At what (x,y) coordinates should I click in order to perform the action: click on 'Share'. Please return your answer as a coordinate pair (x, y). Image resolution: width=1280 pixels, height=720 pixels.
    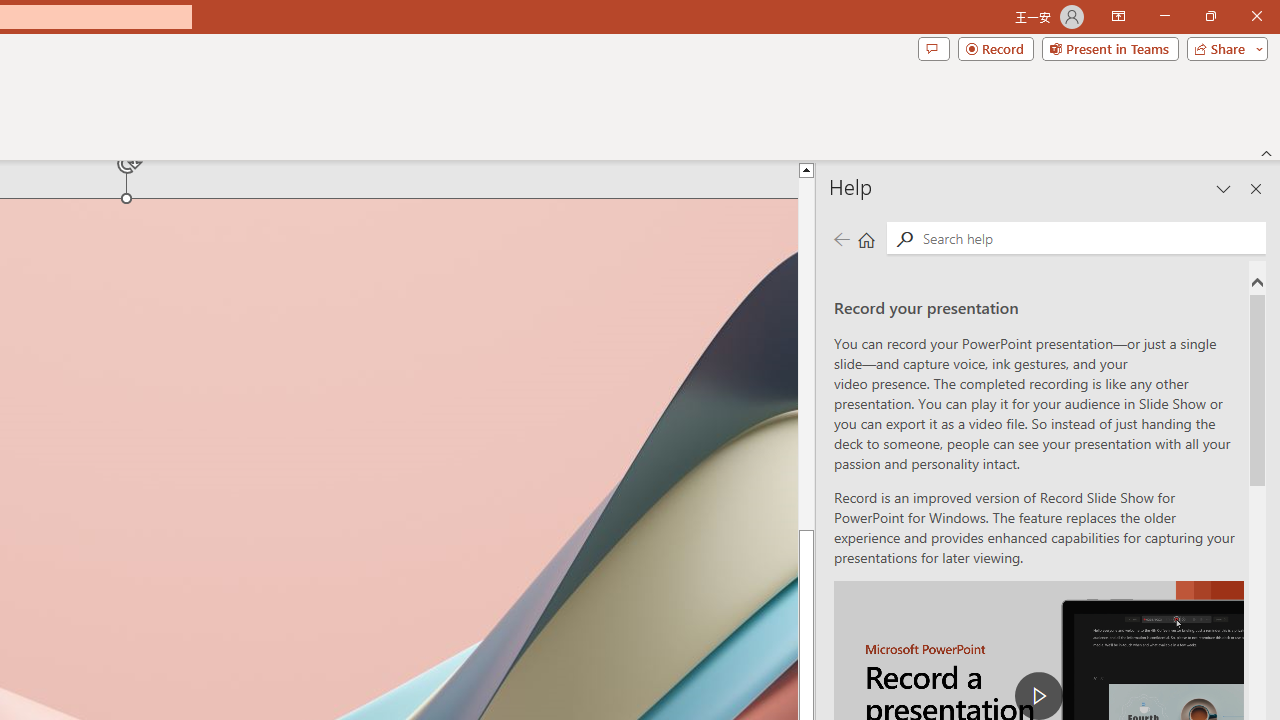
    Looking at the image, I should click on (1222, 47).